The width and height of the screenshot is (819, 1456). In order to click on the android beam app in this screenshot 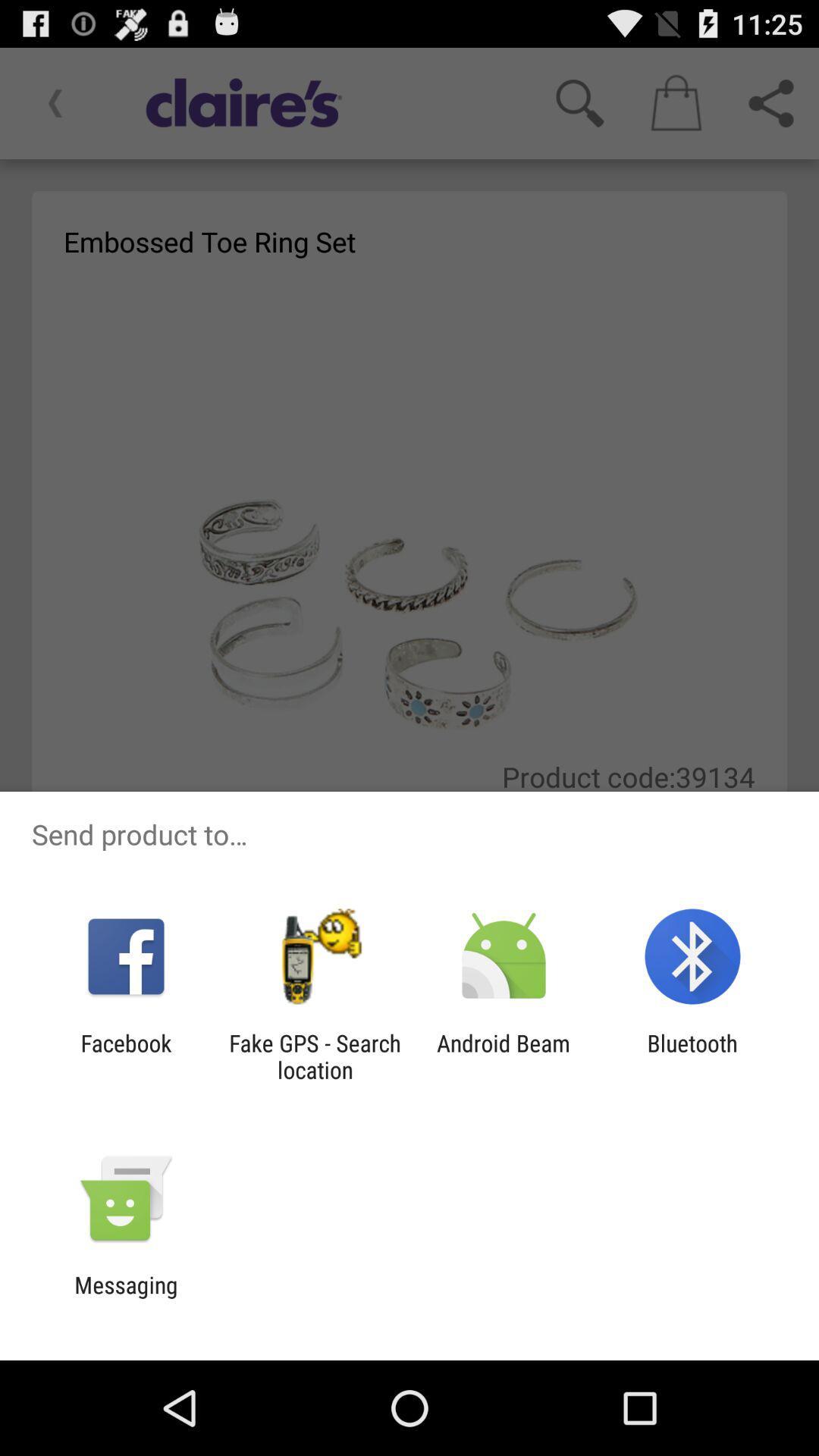, I will do `click(504, 1056)`.